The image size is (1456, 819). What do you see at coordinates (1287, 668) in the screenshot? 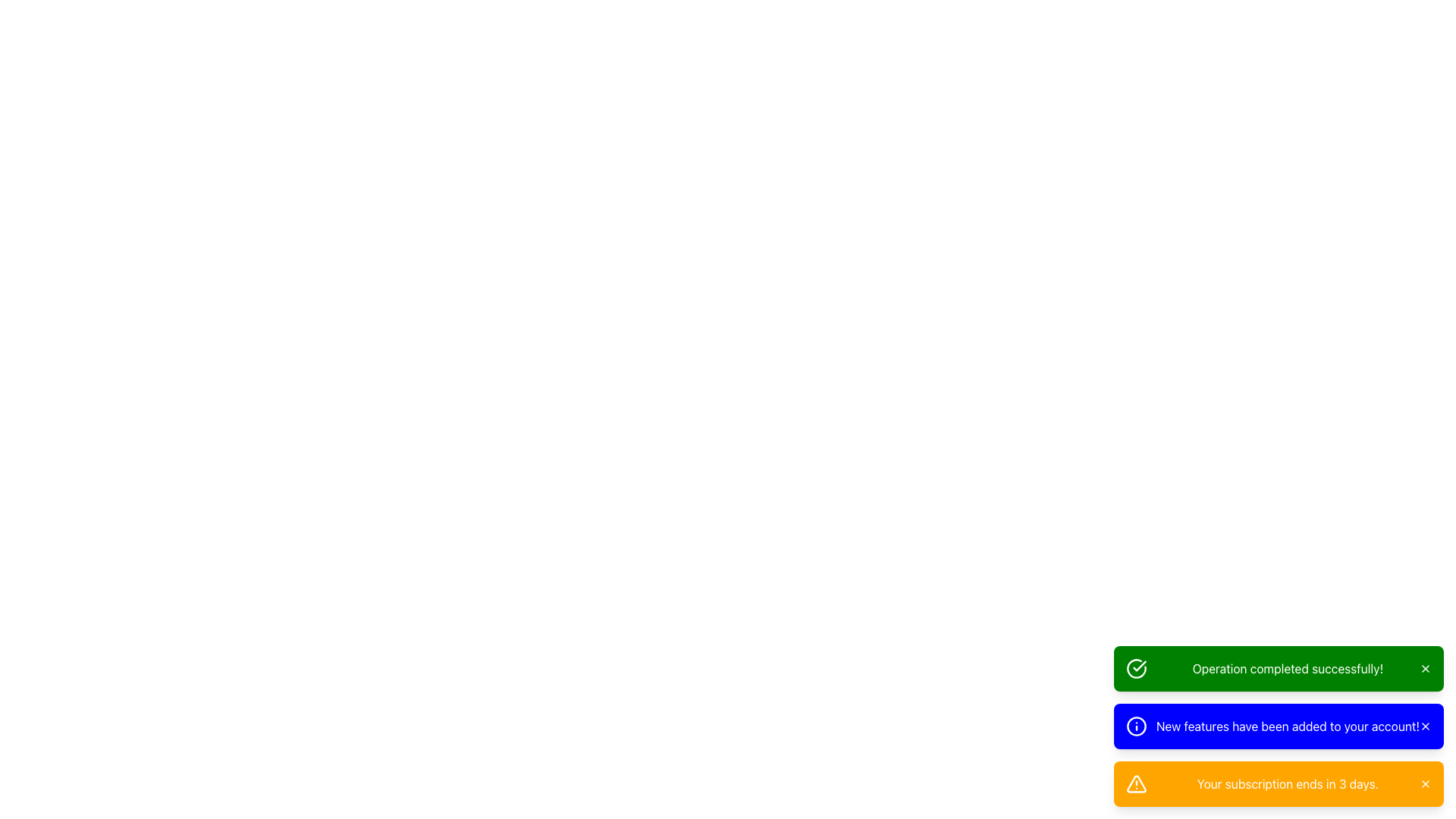
I see `the text label displaying 'Operation completed successfully!' in the topmost notification bar located at the bottom-right corner of the display` at bounding box center [1287, 668].